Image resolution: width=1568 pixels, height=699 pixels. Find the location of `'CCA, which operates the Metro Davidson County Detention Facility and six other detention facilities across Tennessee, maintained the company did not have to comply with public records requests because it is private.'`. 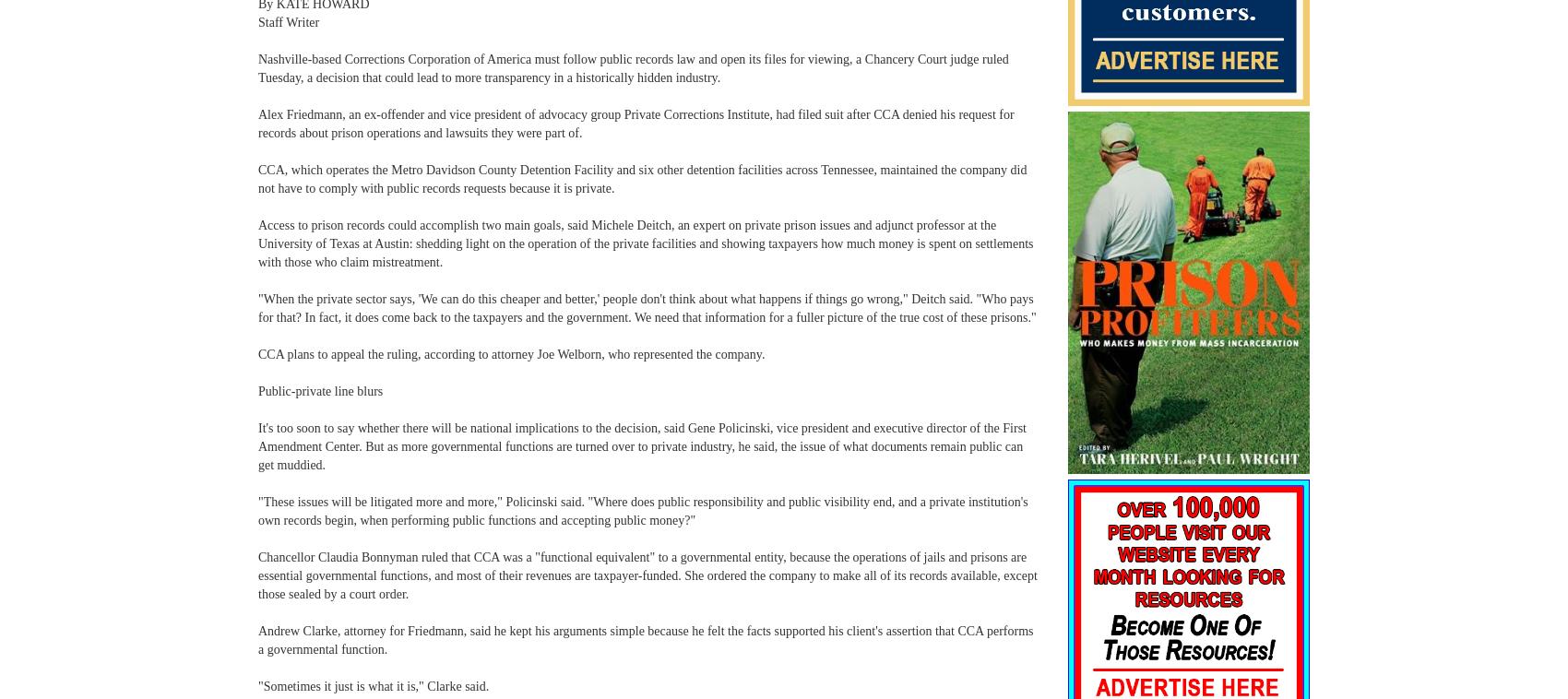

'CCA, which operates the Metro Davidson County Detention Facility and six other detention facilities across Tennessee, maintained the company did not have to comply with public records requests because it is private.' is located at coordinates (642, 179).